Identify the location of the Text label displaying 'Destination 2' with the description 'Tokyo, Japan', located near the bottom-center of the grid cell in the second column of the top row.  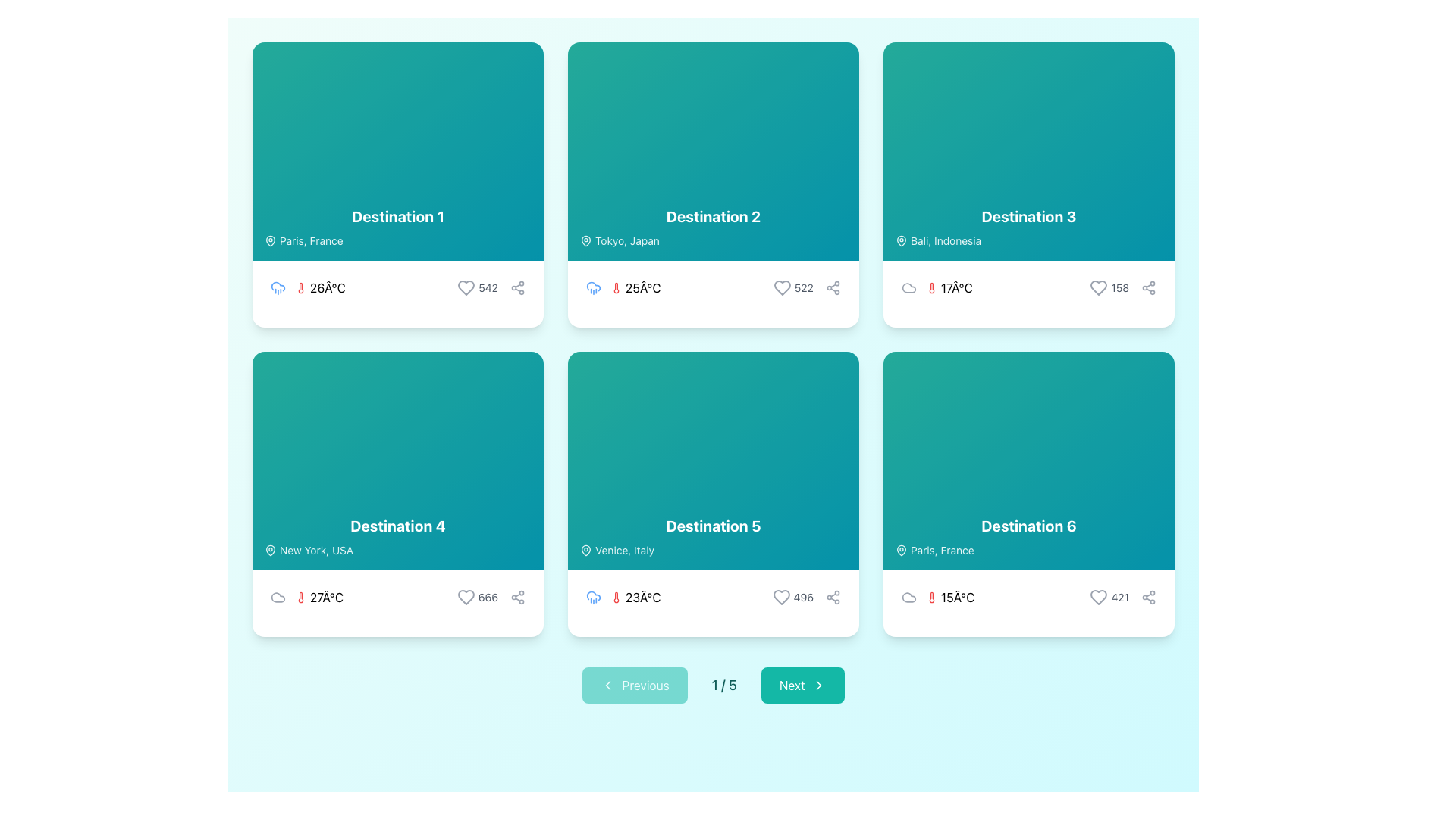
(712, 227).